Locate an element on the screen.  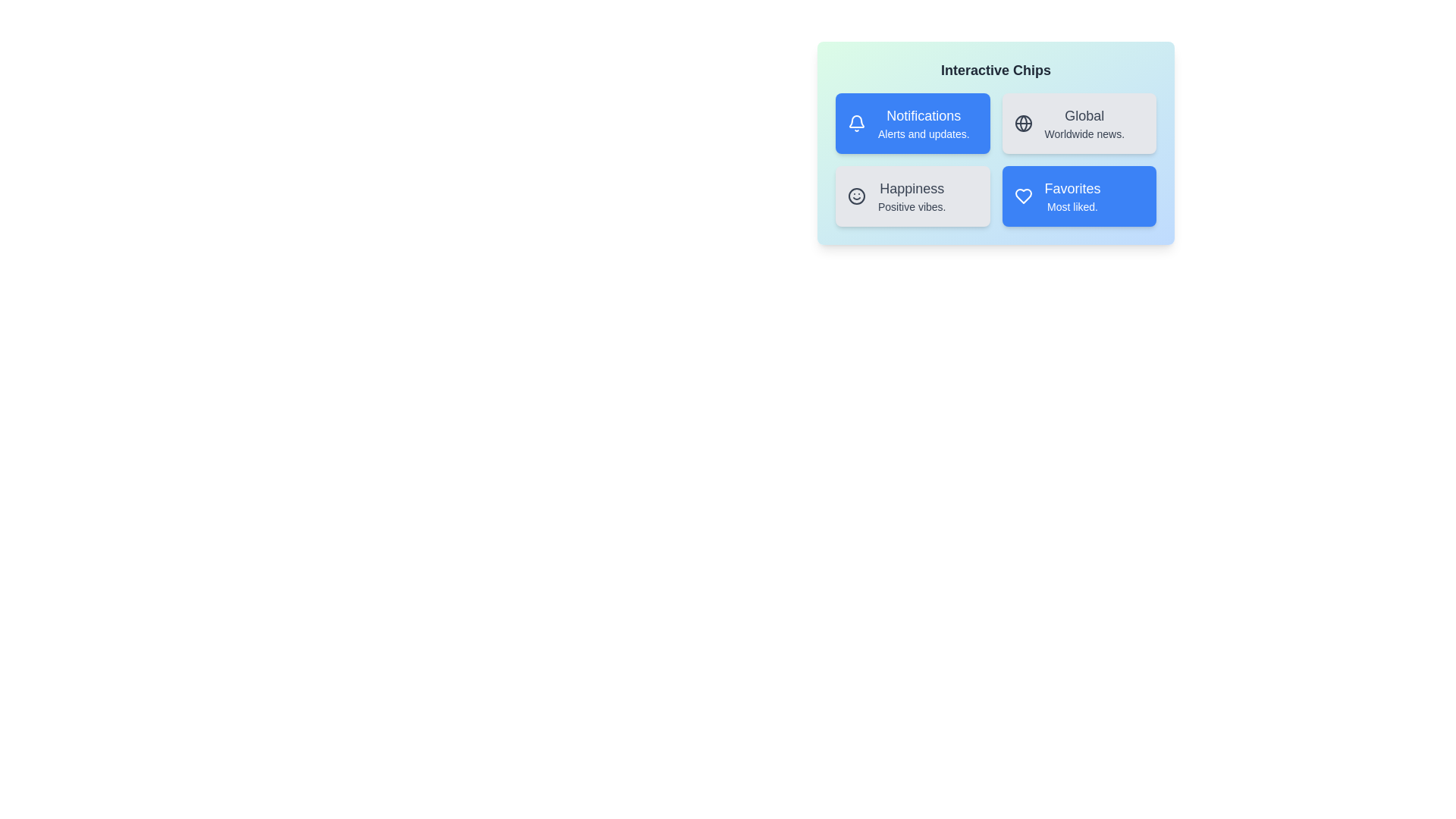
the chip labeled Happiness is located at coordinates (912, 195).